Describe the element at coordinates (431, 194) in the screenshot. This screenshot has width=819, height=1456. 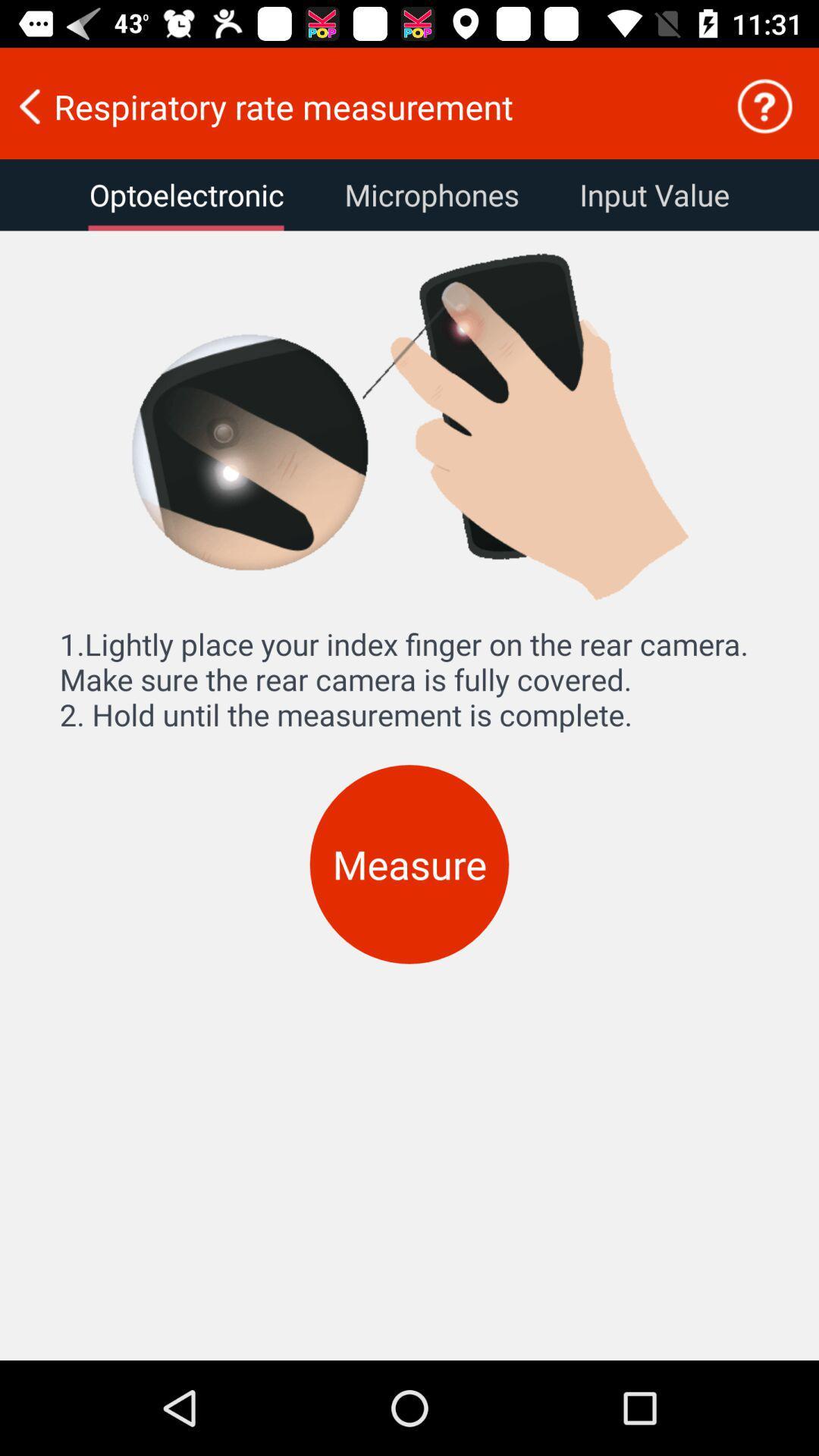
I see `icon next to input value icon` at that location.